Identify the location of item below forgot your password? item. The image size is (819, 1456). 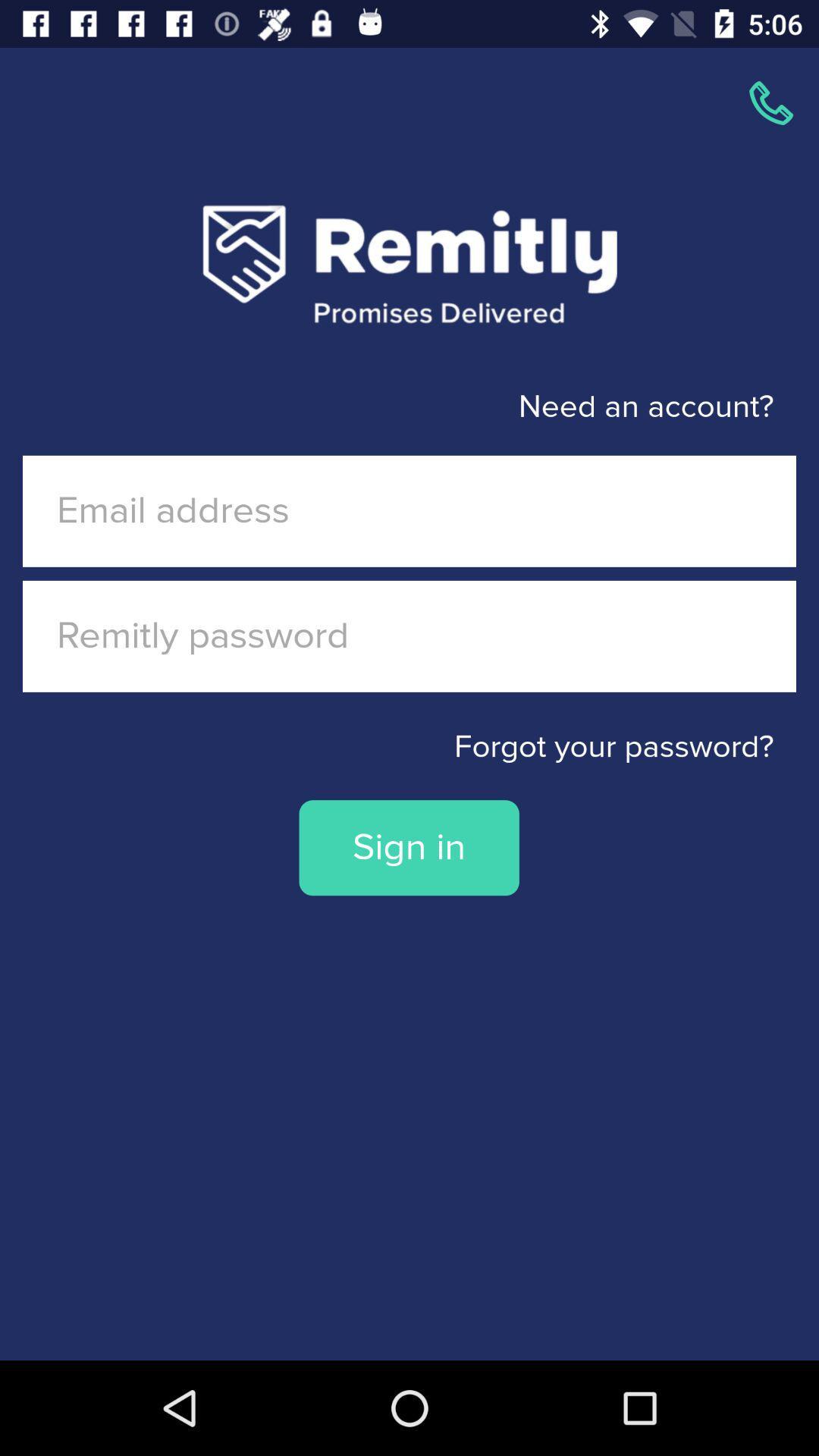
(408, 847).